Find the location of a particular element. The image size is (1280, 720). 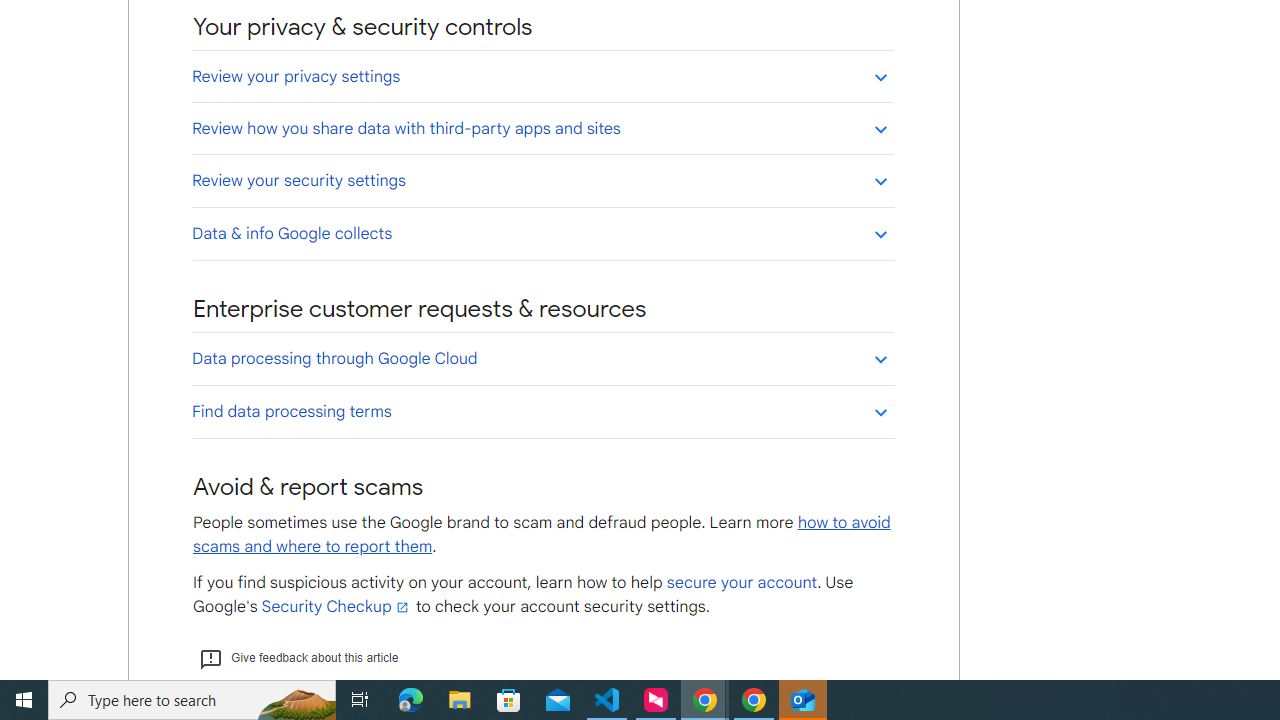

'secure your account' is located at coordinates (740, 583).